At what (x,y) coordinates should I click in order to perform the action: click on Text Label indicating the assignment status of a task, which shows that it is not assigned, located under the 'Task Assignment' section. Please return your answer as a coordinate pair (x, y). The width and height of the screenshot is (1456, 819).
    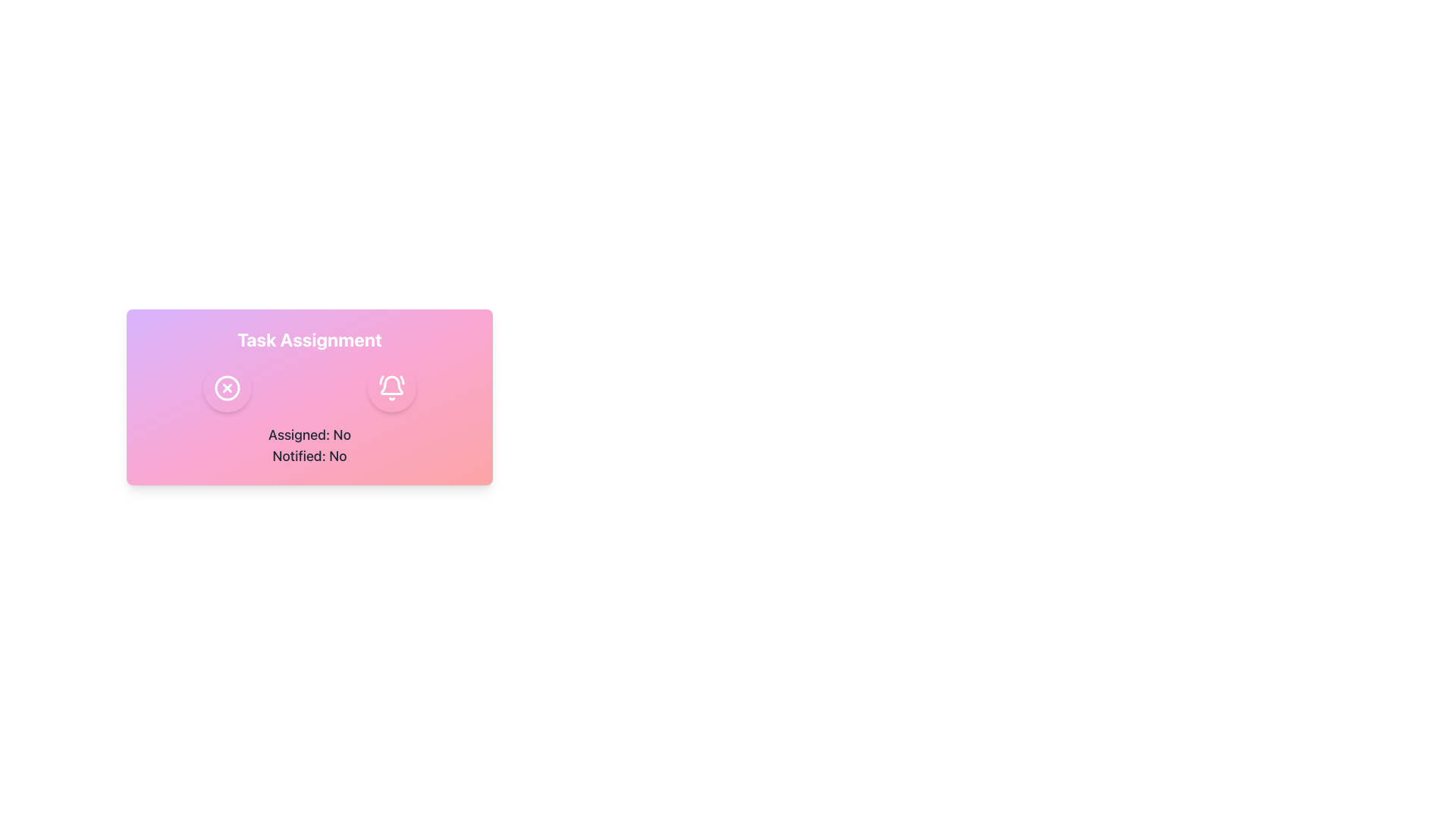
    Looking at the image, I should click on (309, 435).